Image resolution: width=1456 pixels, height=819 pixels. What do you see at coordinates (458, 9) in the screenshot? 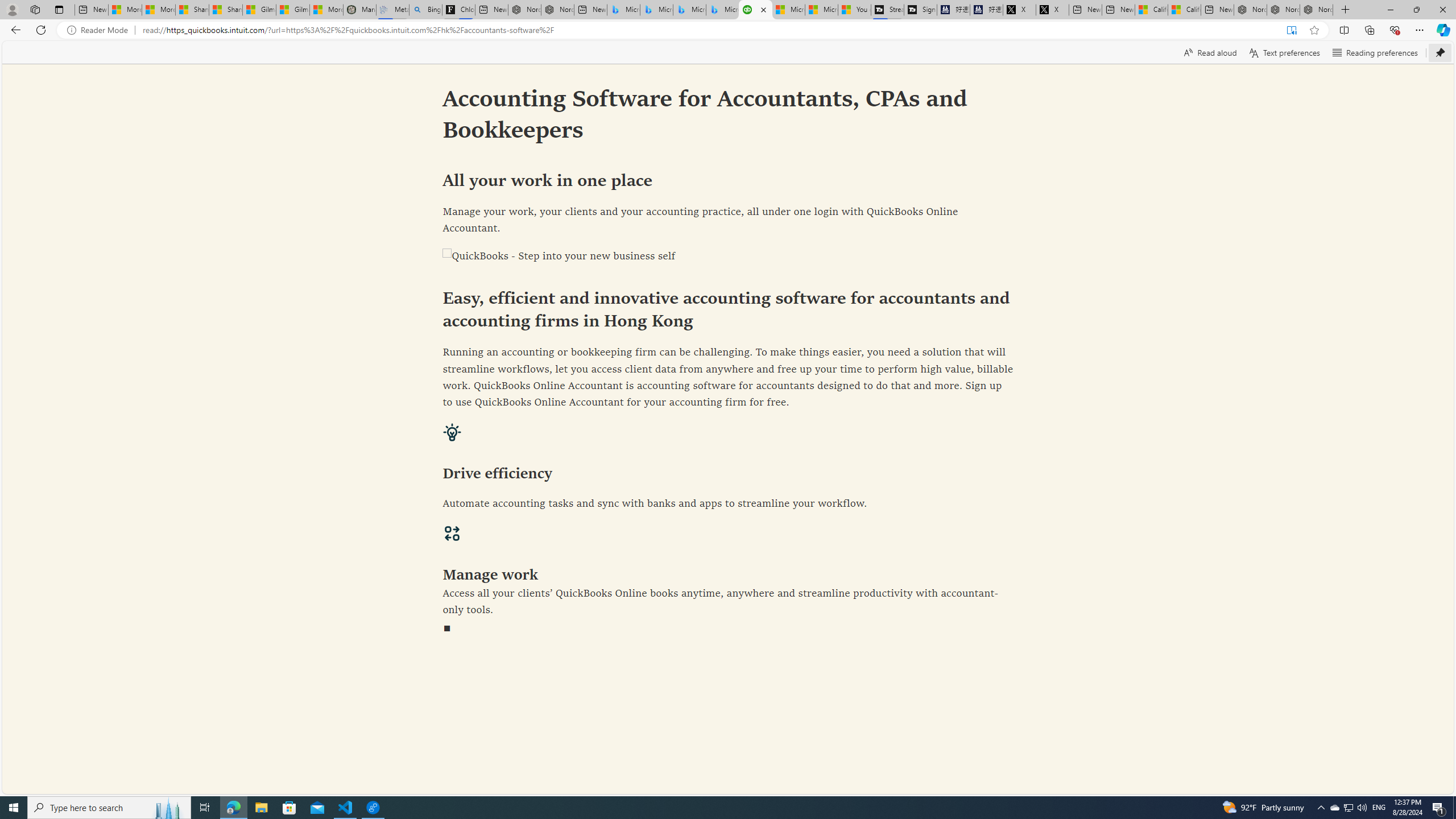
I see `'Chloe Sorvino'` at bounding box center [458, 9].